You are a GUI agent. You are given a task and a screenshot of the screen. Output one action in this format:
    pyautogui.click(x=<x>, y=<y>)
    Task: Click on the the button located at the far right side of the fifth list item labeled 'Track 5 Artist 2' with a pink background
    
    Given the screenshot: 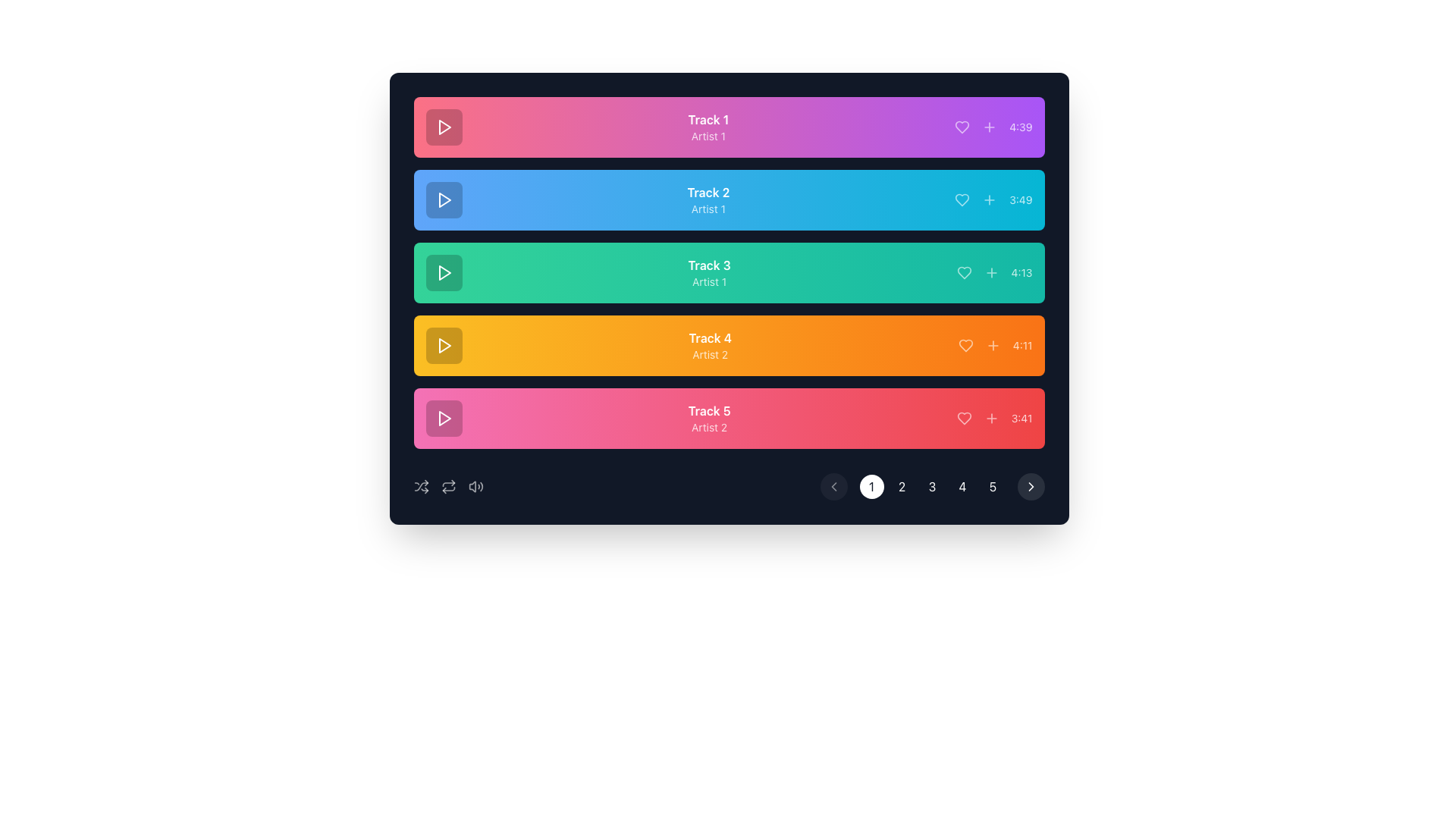 What is the action you would take?
    pyautogui.click(x=991, y=418)
    